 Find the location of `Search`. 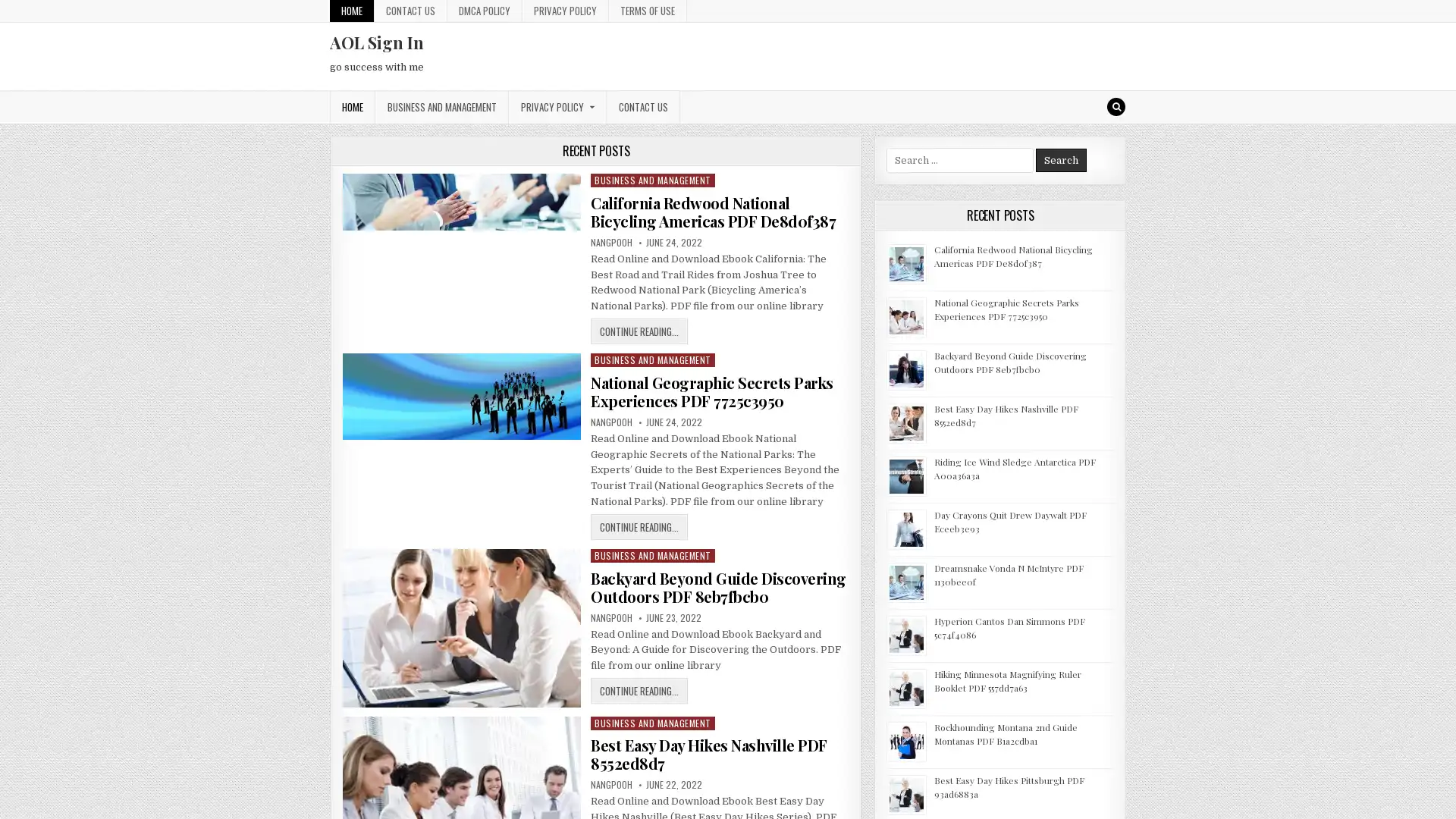

Search is located at coordinates (1060, 160).